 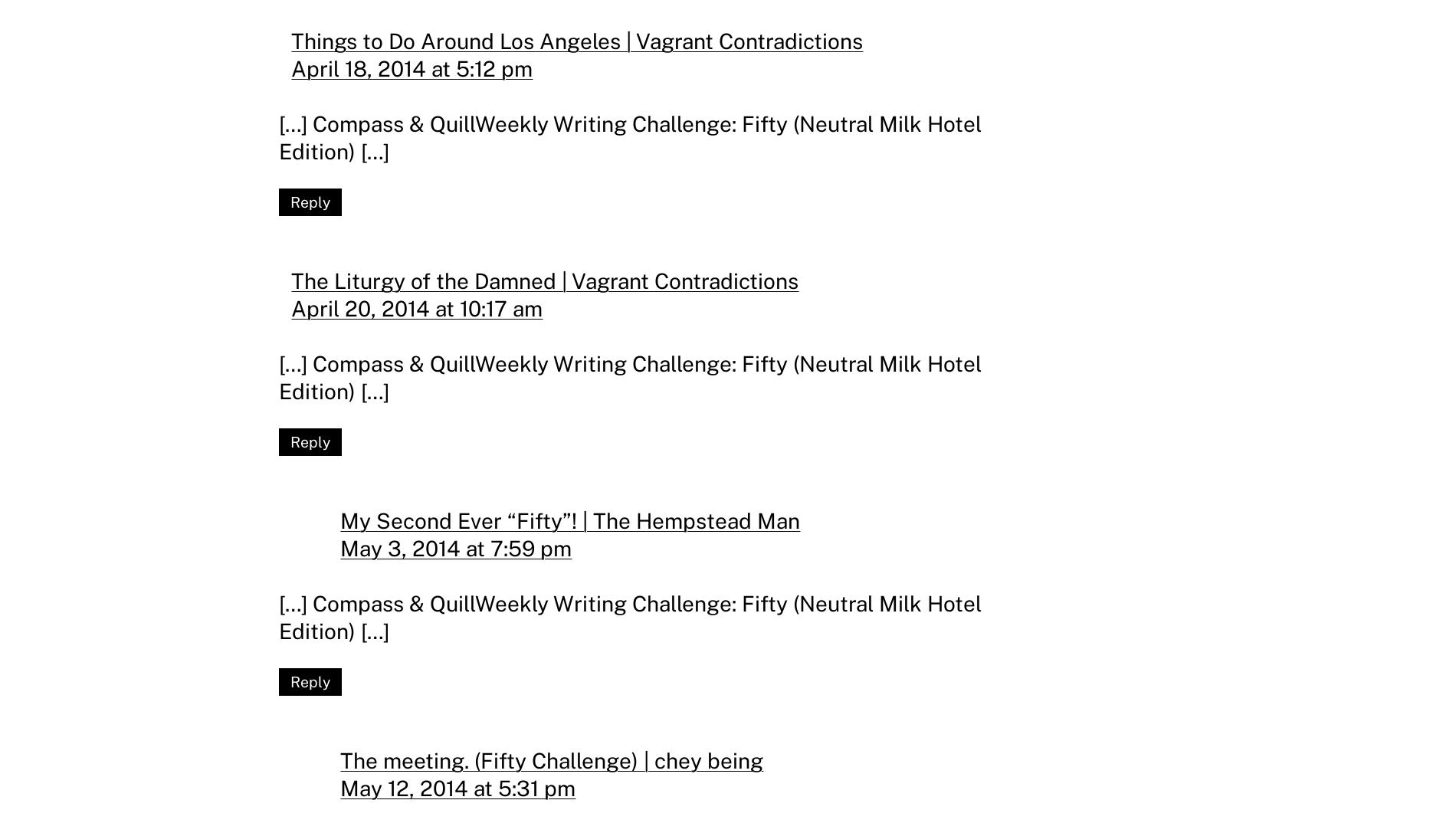 What do you see at coordinates (576, 40) in the screenshot?
I see `'Things to Do Around Los Angeles | Vagrant Contradictions'` at bounding box center [576, 40].